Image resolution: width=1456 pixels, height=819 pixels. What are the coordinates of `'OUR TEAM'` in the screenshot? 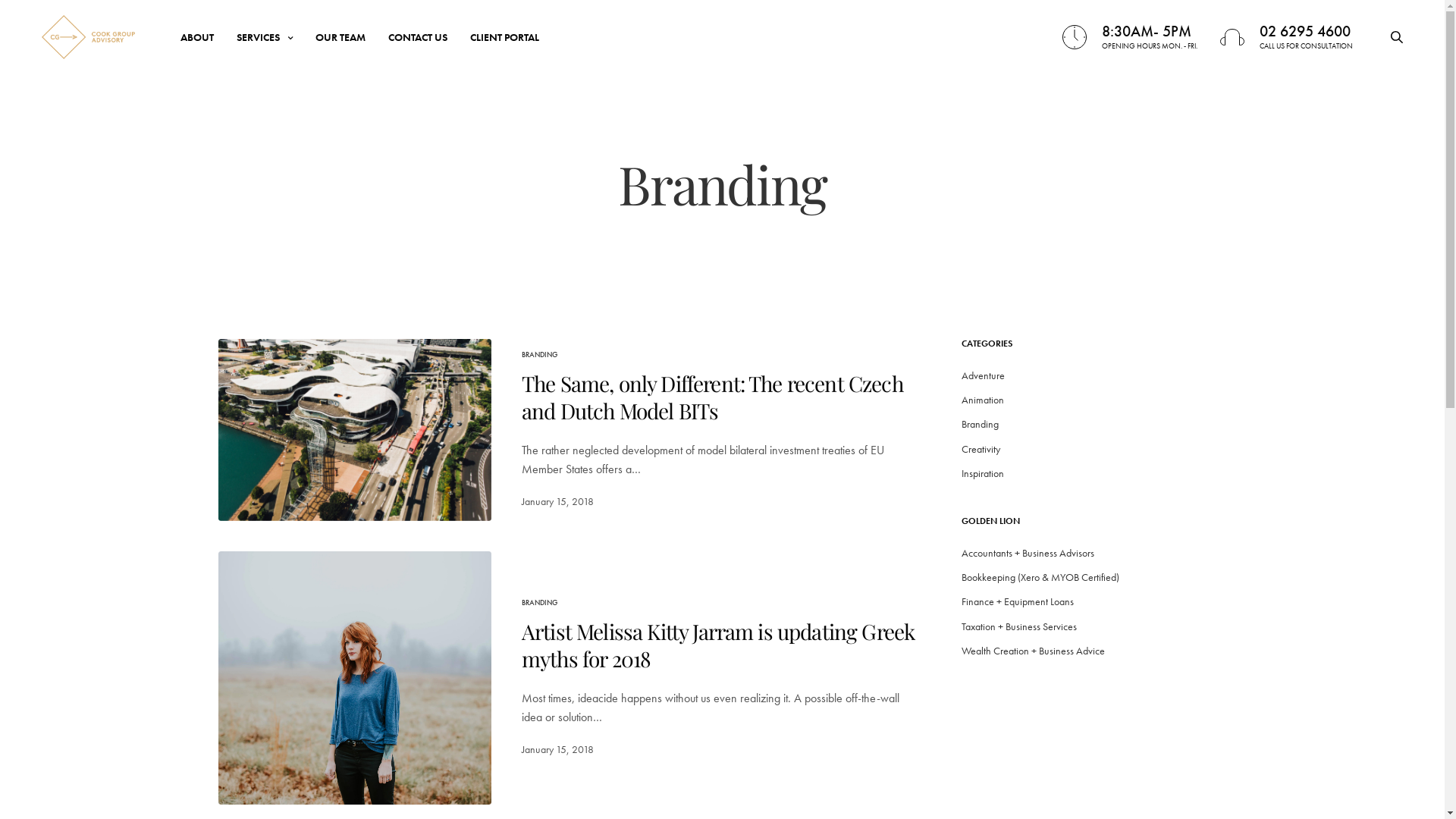 It's located at (340, 36).